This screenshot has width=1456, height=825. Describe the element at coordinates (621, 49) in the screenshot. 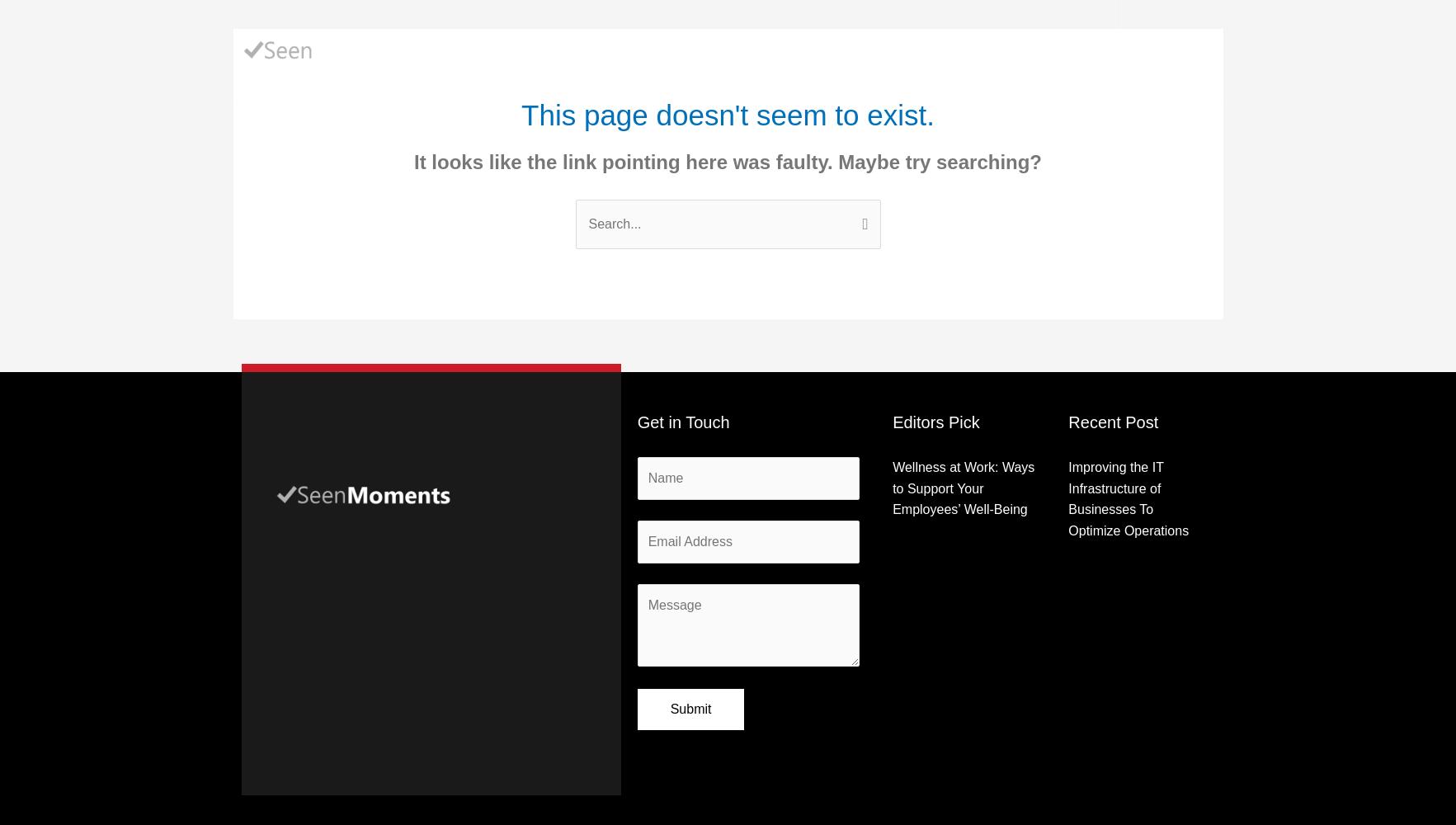

I see `'Business'` at that location.